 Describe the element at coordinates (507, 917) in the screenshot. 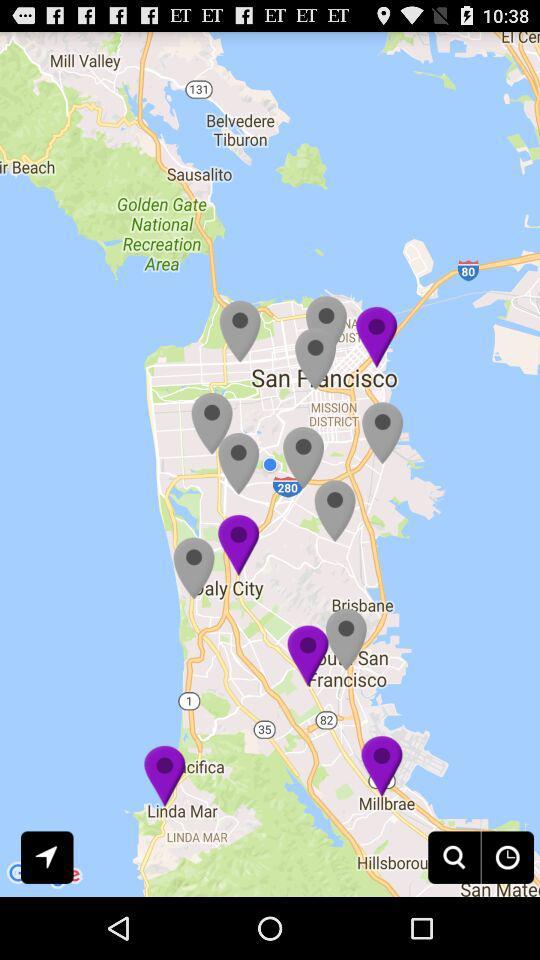

I see `the history icon` at that location.